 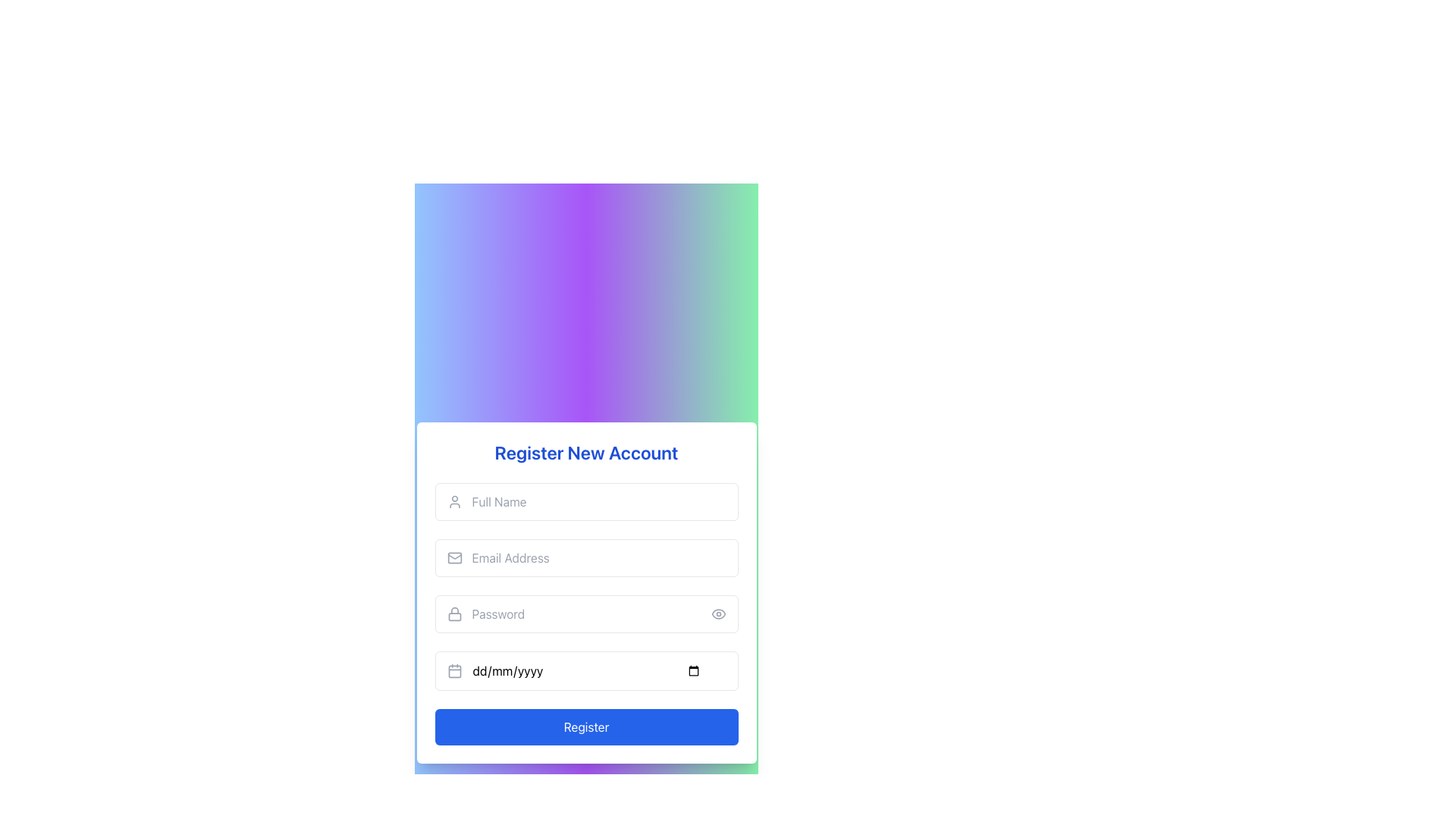 What do you see at coordinates (717, 614) in the screenshot?
I see `the button` at bounding box center [717, 614].